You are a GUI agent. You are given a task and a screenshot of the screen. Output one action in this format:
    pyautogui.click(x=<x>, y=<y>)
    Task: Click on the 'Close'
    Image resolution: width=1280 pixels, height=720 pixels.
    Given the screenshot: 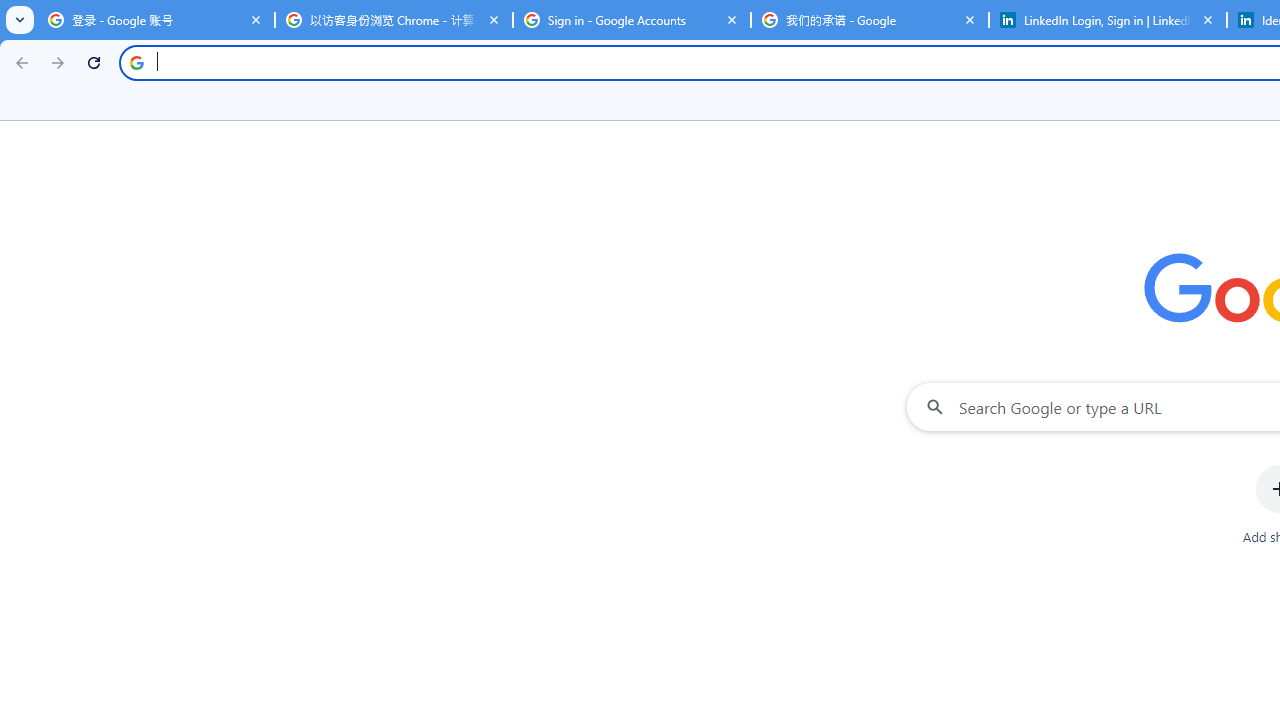 What is the action you would take?
    pyautogui.click(x=1207, y=19)
    